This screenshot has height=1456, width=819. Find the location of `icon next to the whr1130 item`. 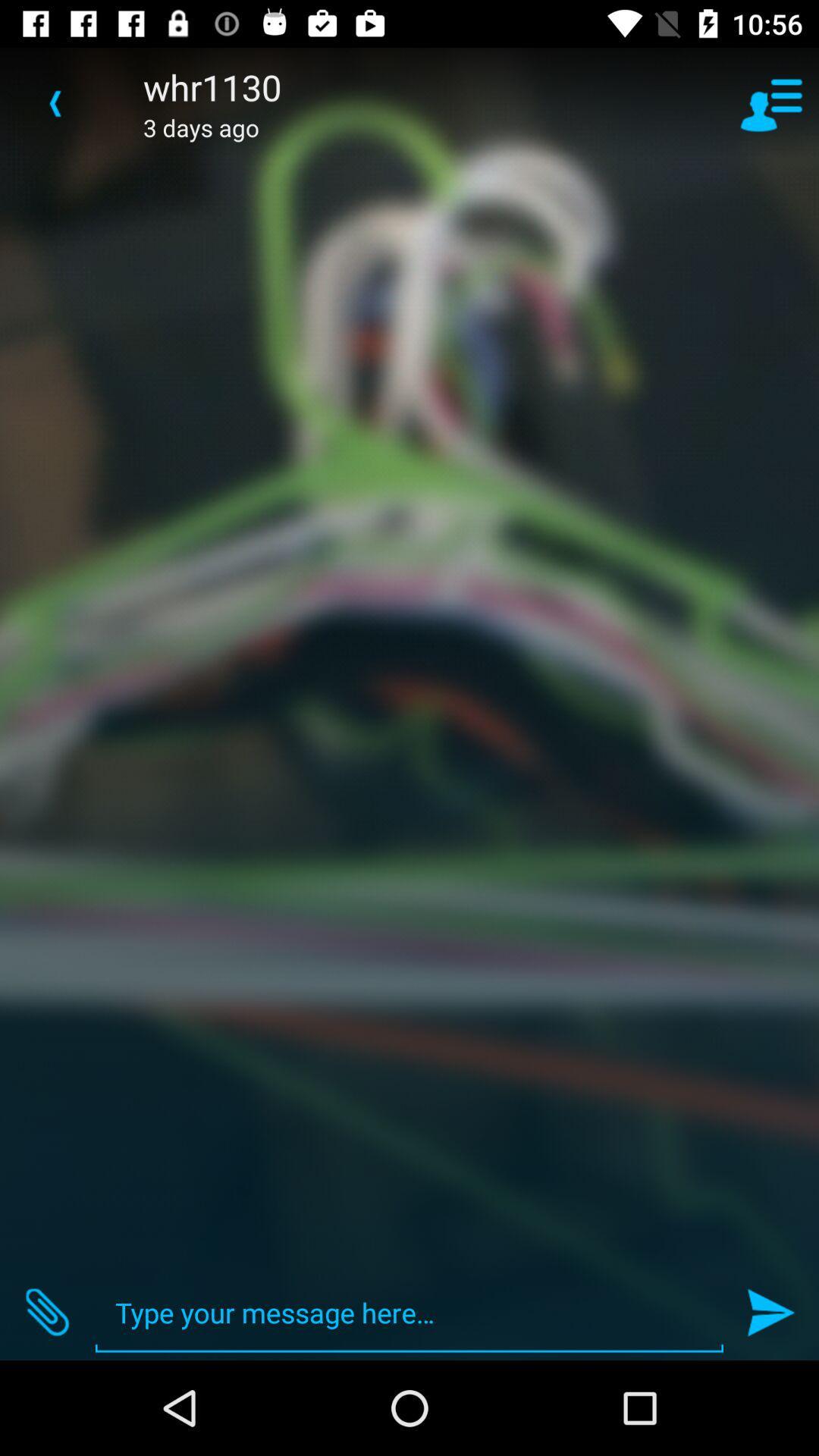

icon next to the whr1130 item is located at coordinates (55, 102).